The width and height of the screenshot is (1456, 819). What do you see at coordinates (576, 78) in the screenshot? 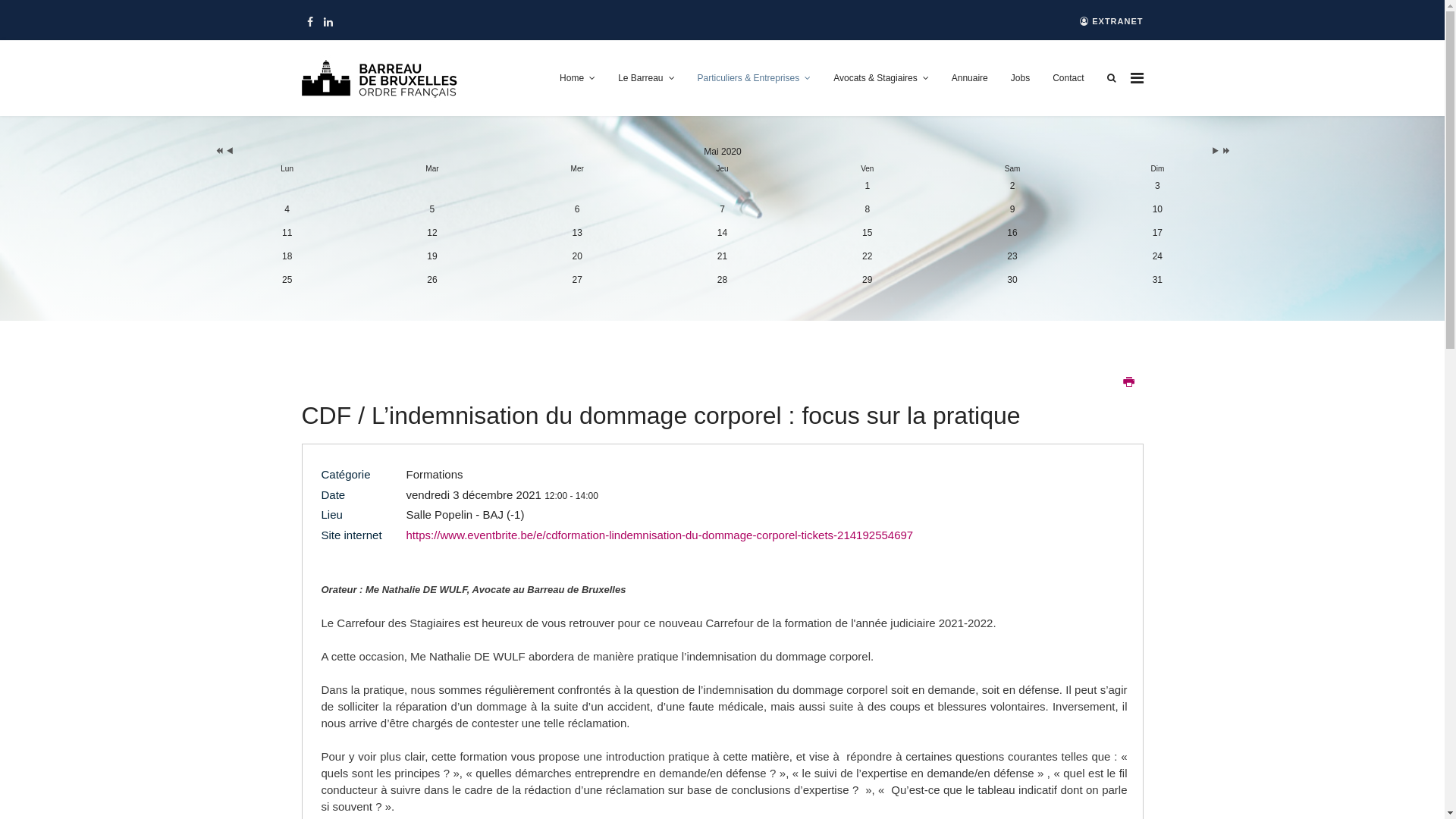
I see `'Home'` at bounding box center [576, 78].